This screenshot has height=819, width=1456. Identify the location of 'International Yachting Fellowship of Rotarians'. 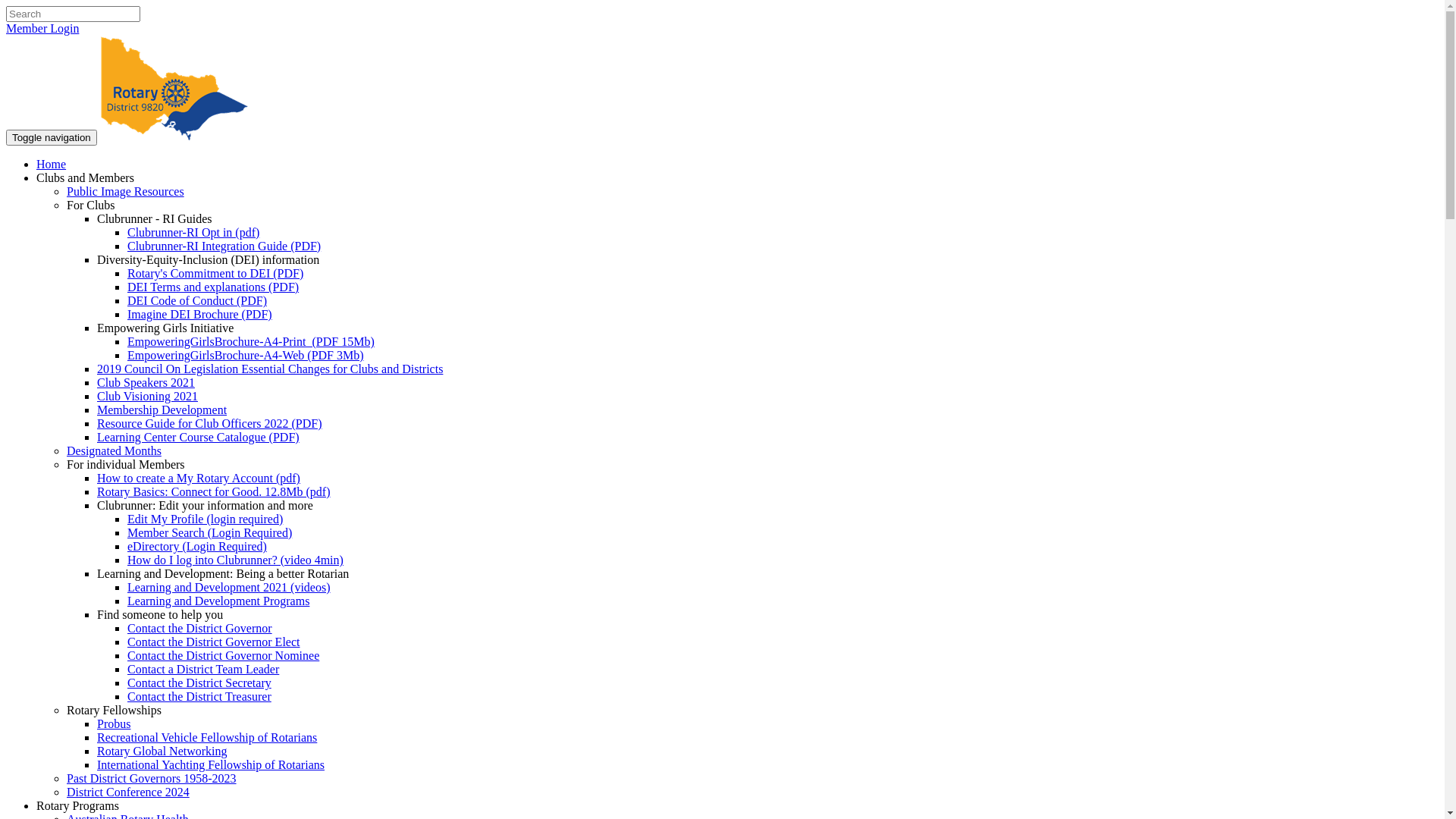
(210, 764).